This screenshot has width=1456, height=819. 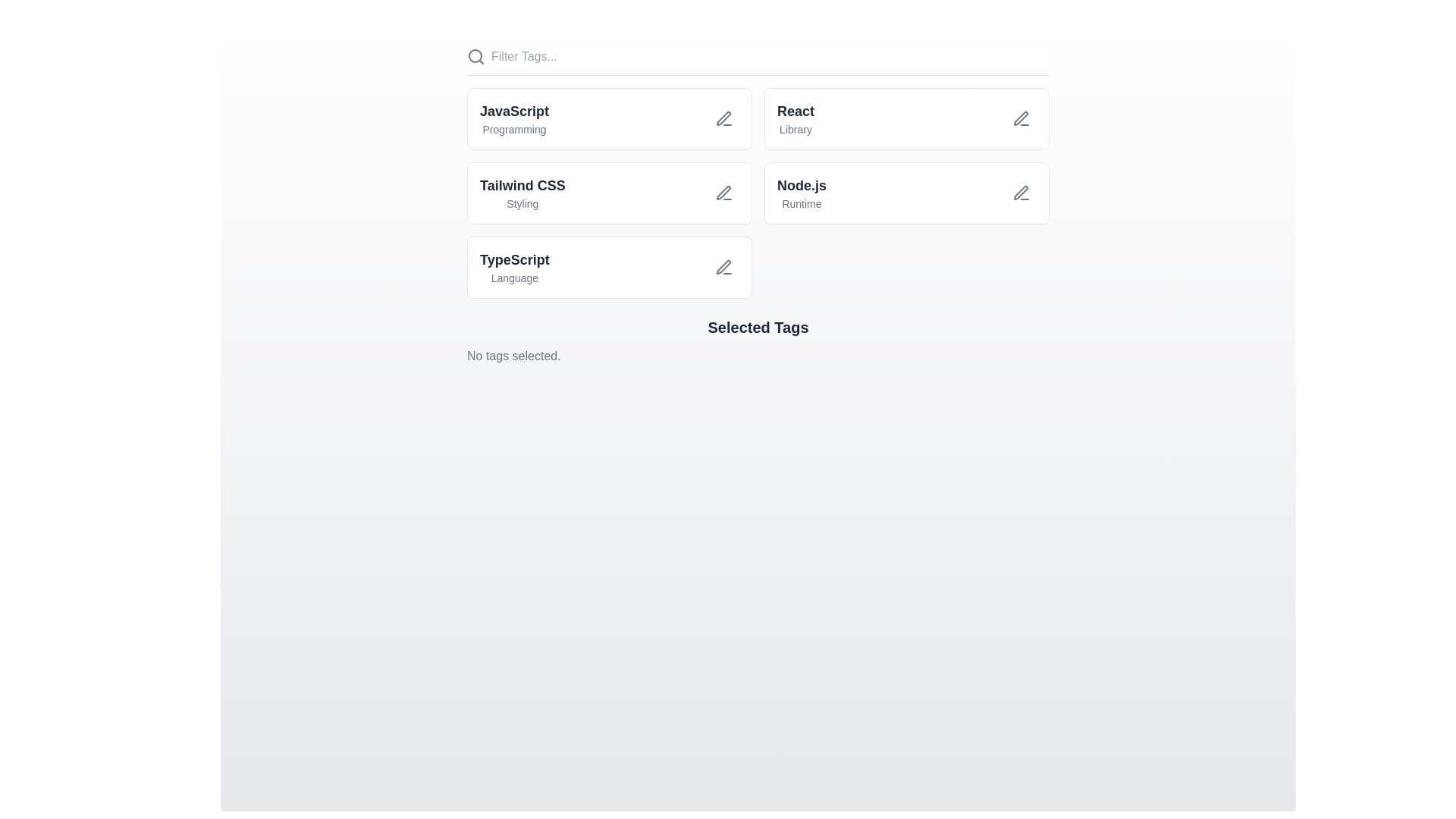 I want to click on the informational display area that shows currently selected tags, which is located below the grid of tag buttons and displays 'No tags selected.' if no tags are selected, so click(x=758, y=341).